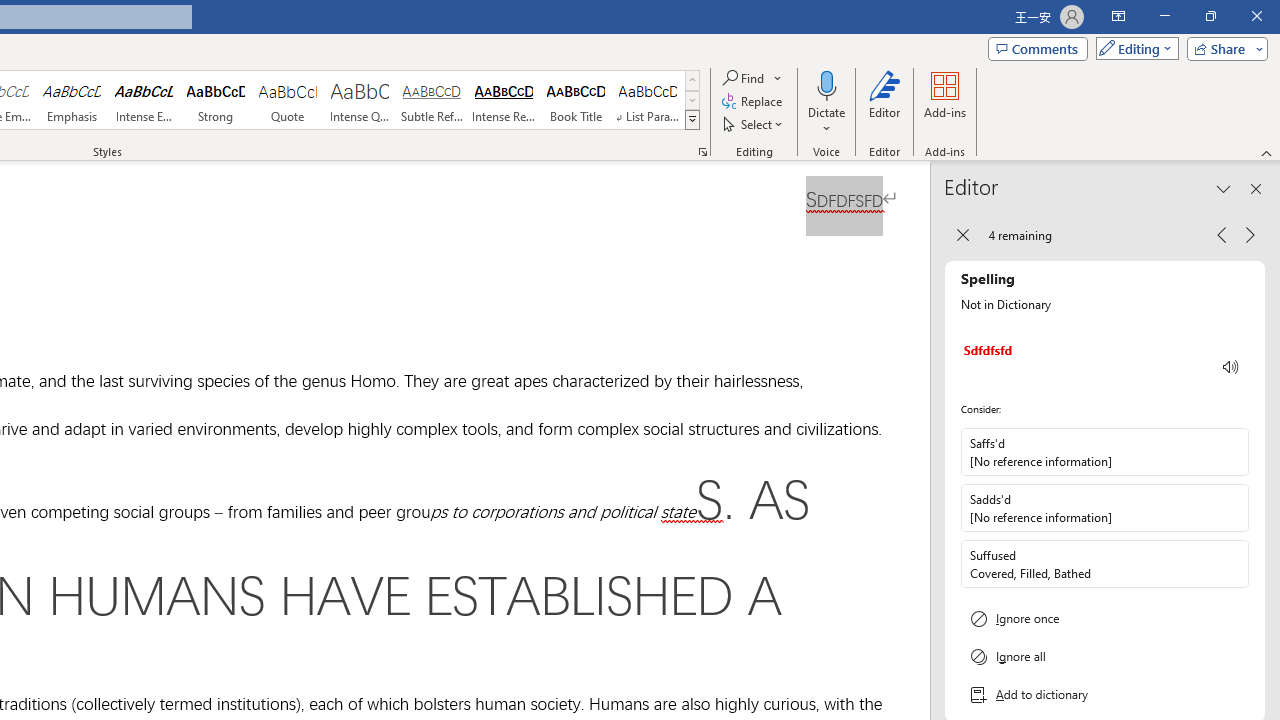 This screenshot has width=1280, height=720. What do you see at coordinates (71, 100) in the screenshot?
I see `'Emphasis'` at bounding box center [71, 100].